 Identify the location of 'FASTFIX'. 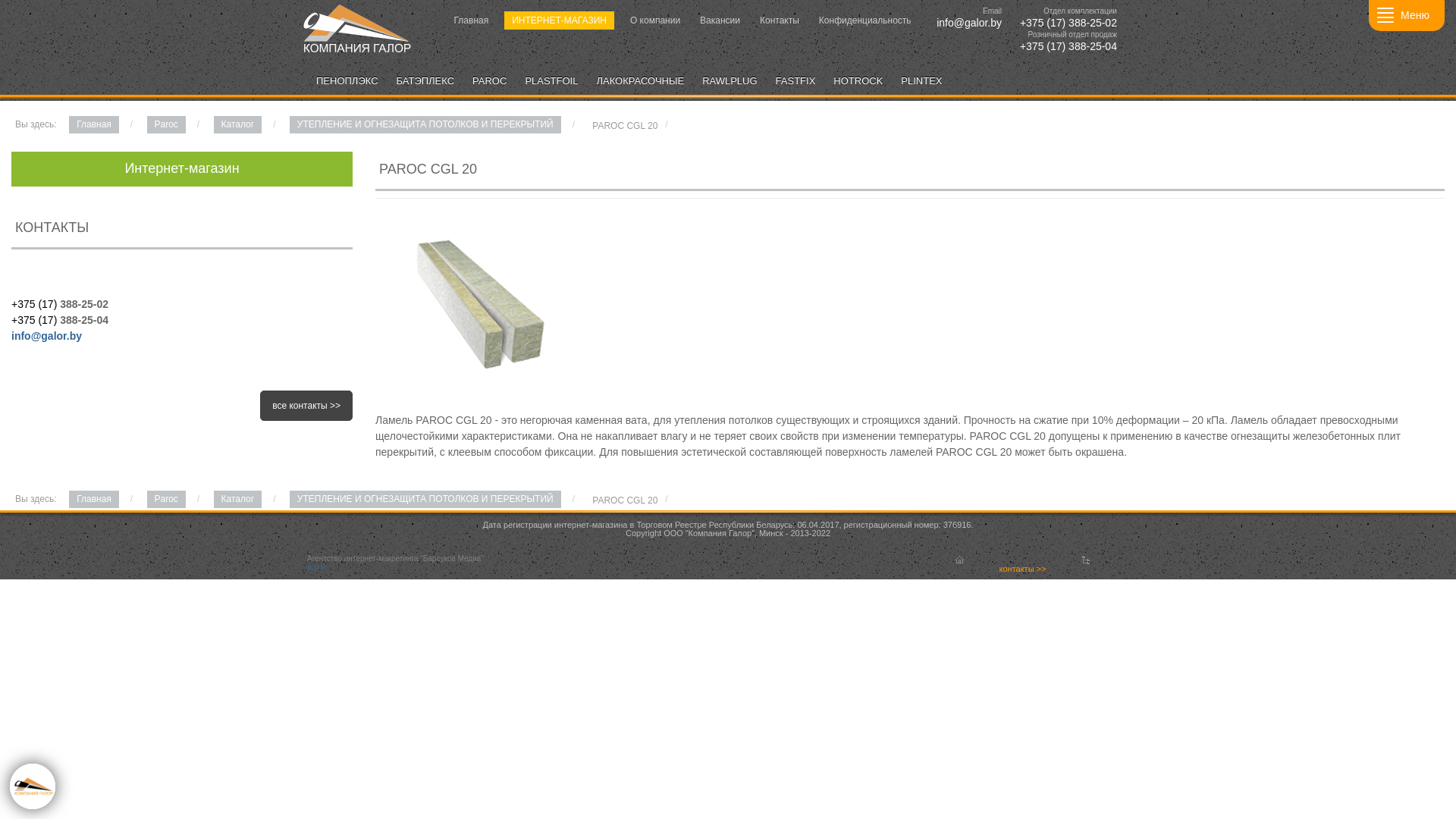
(795, 81).